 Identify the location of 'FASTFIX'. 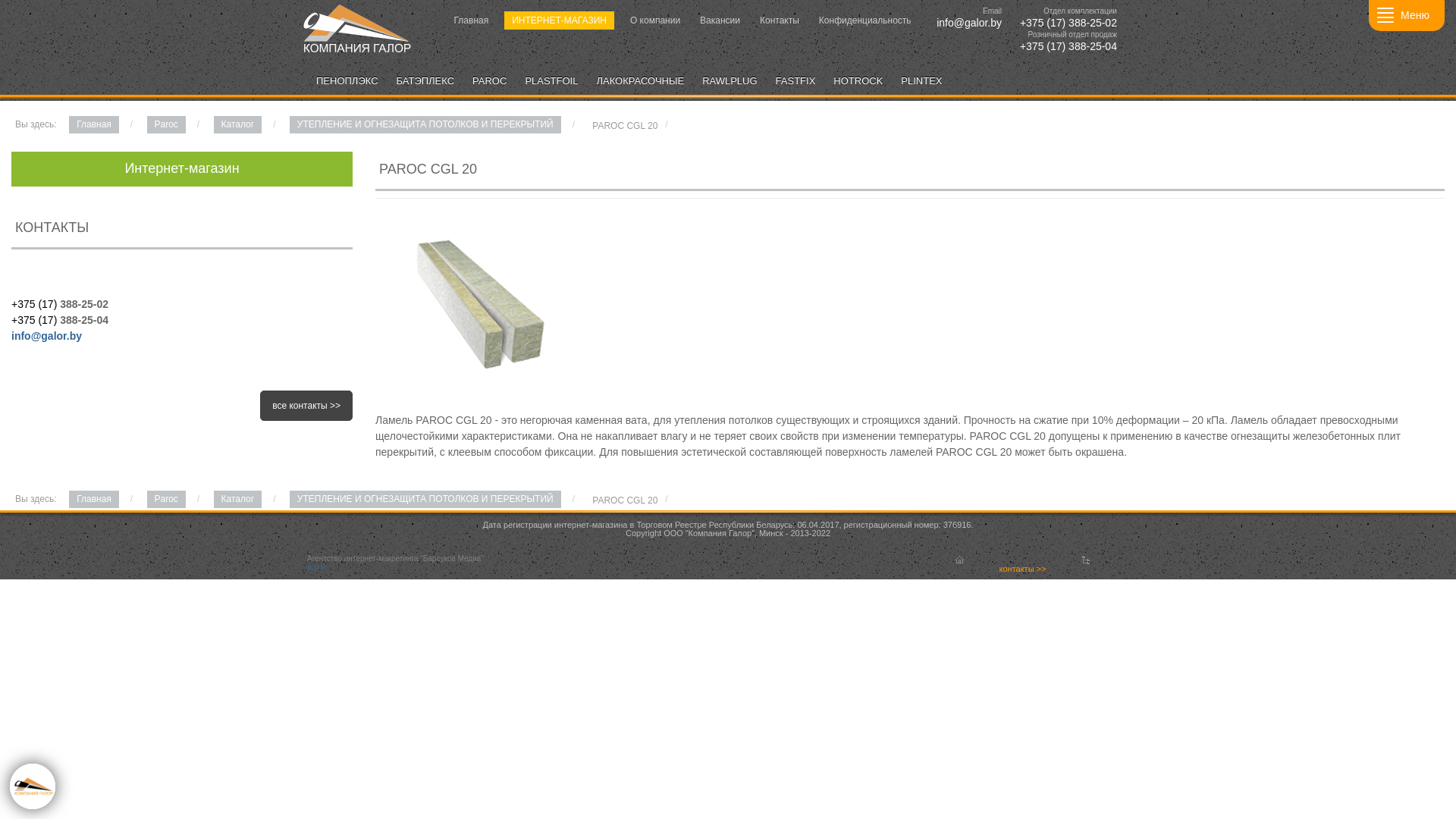
(795, 81).